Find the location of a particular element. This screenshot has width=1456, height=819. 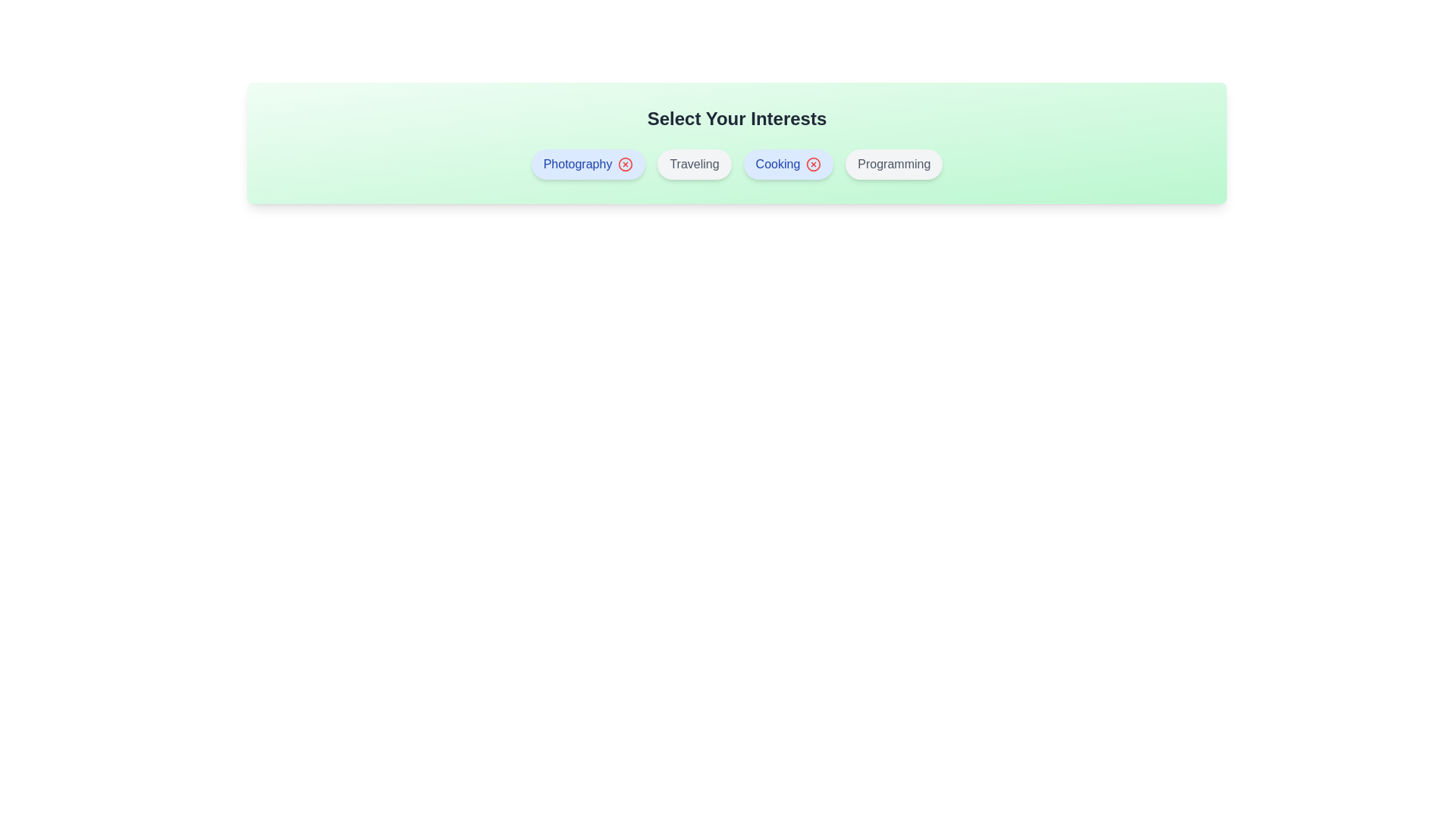

the interest Programming by clicking on its button is located at coordinates (894, 164).